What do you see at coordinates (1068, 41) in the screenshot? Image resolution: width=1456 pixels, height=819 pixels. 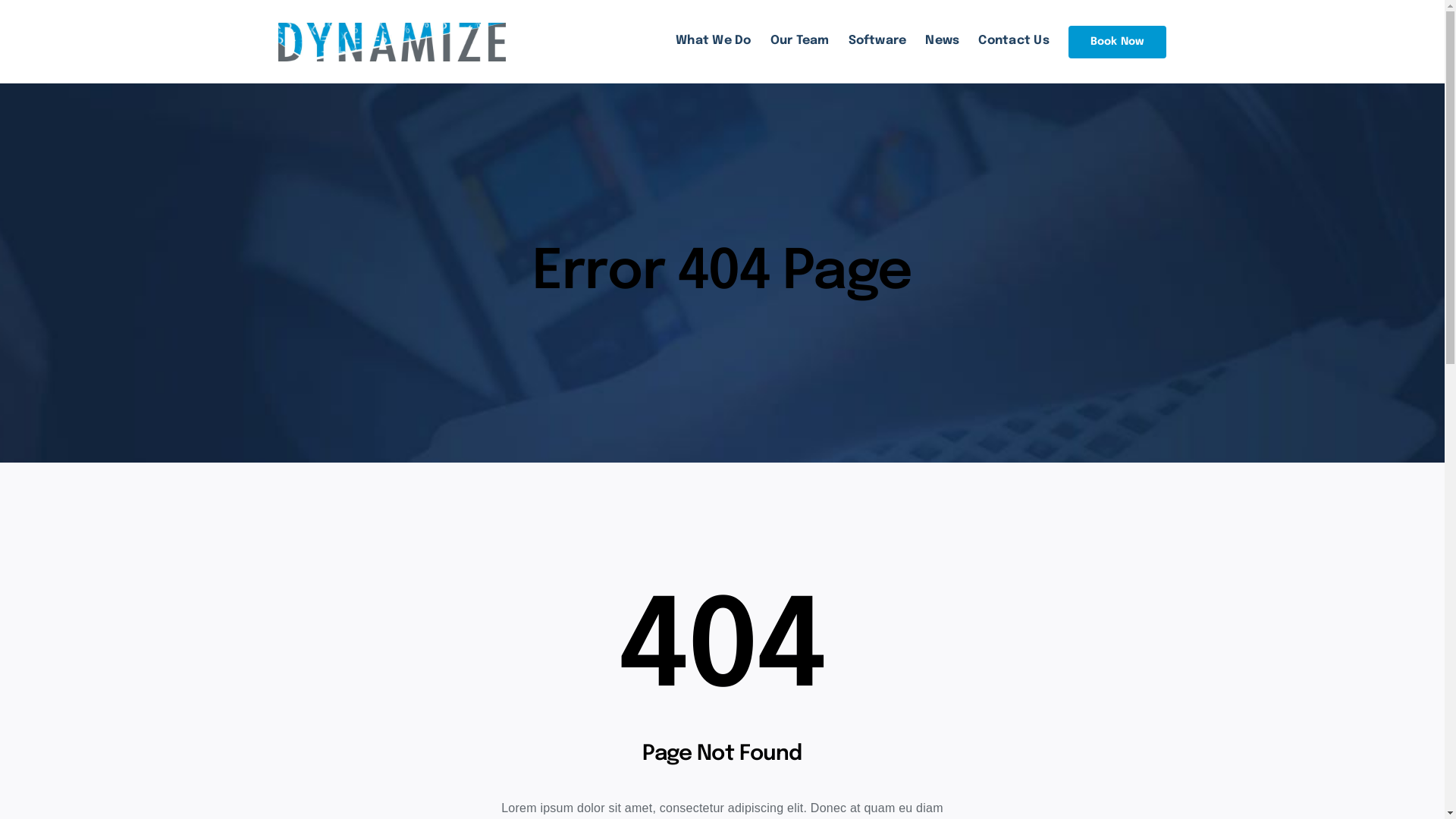 I see `'Book Now'` at bounding box center [1068, 41].